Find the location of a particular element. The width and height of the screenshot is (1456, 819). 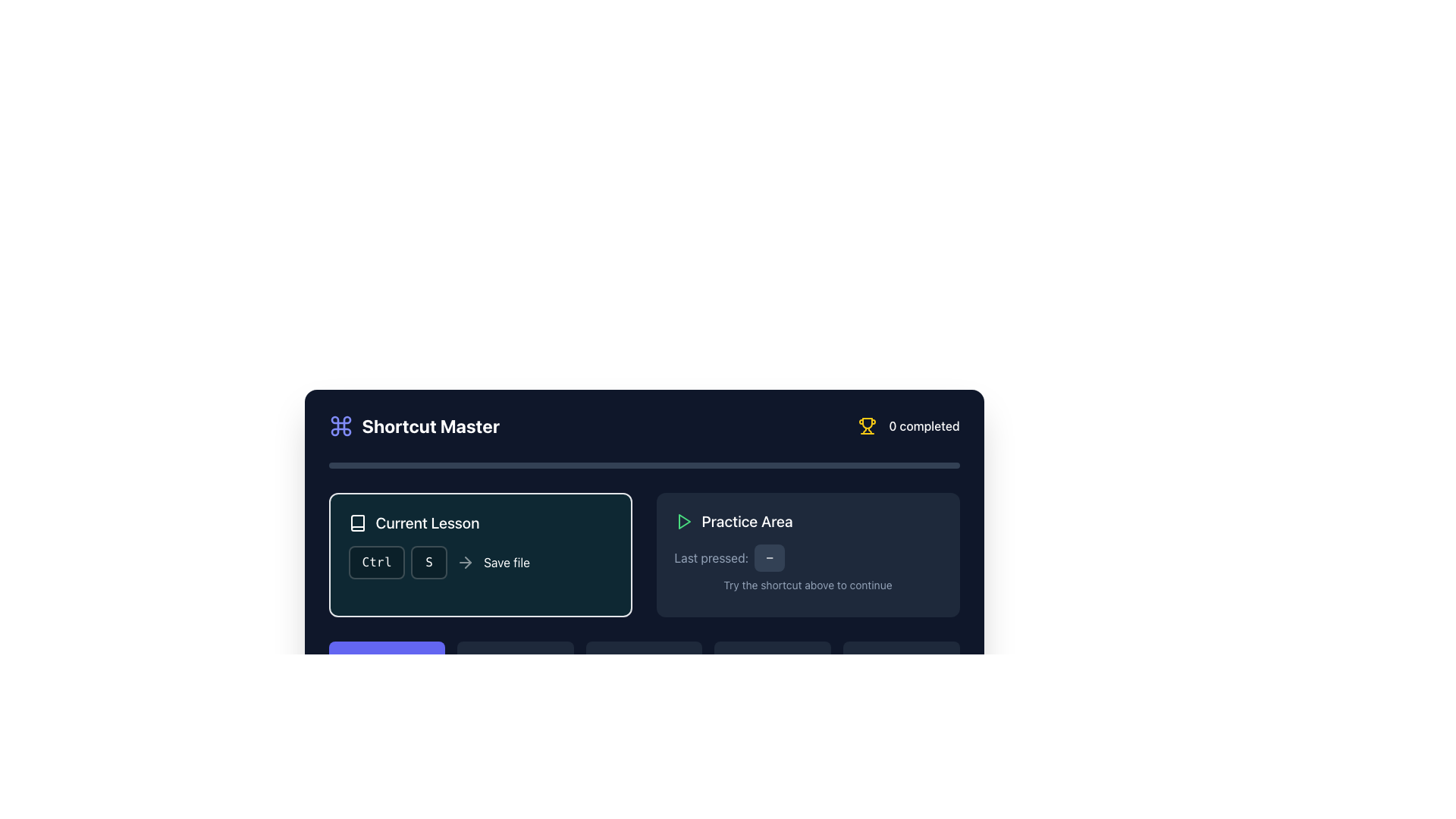

the green triangular play button located within the 'Practice Area' card is located at coordinates (682, 520).